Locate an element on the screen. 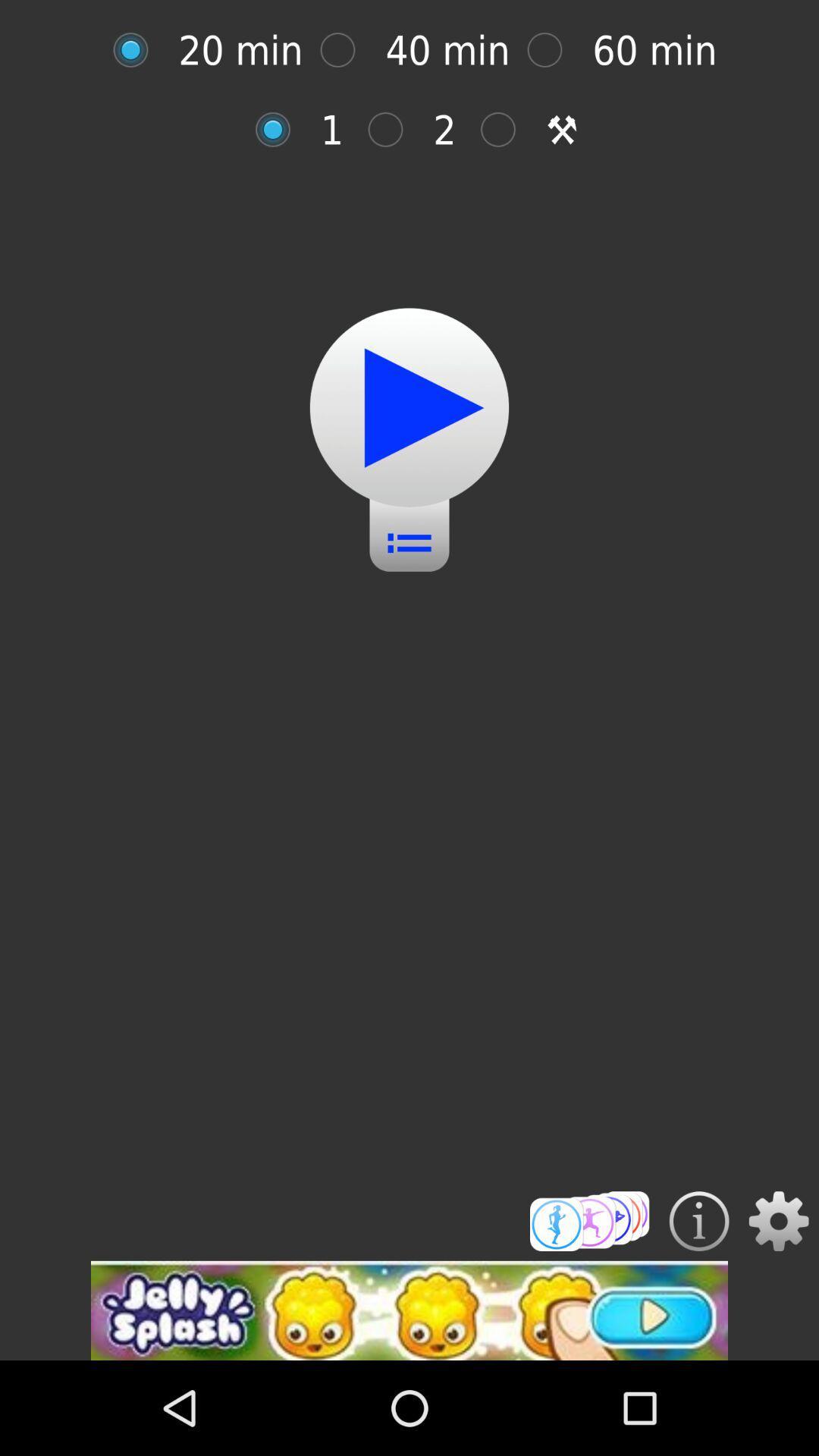 The height and width of the screenshot is (1456, 819). button is located at coordinates (409, 407).